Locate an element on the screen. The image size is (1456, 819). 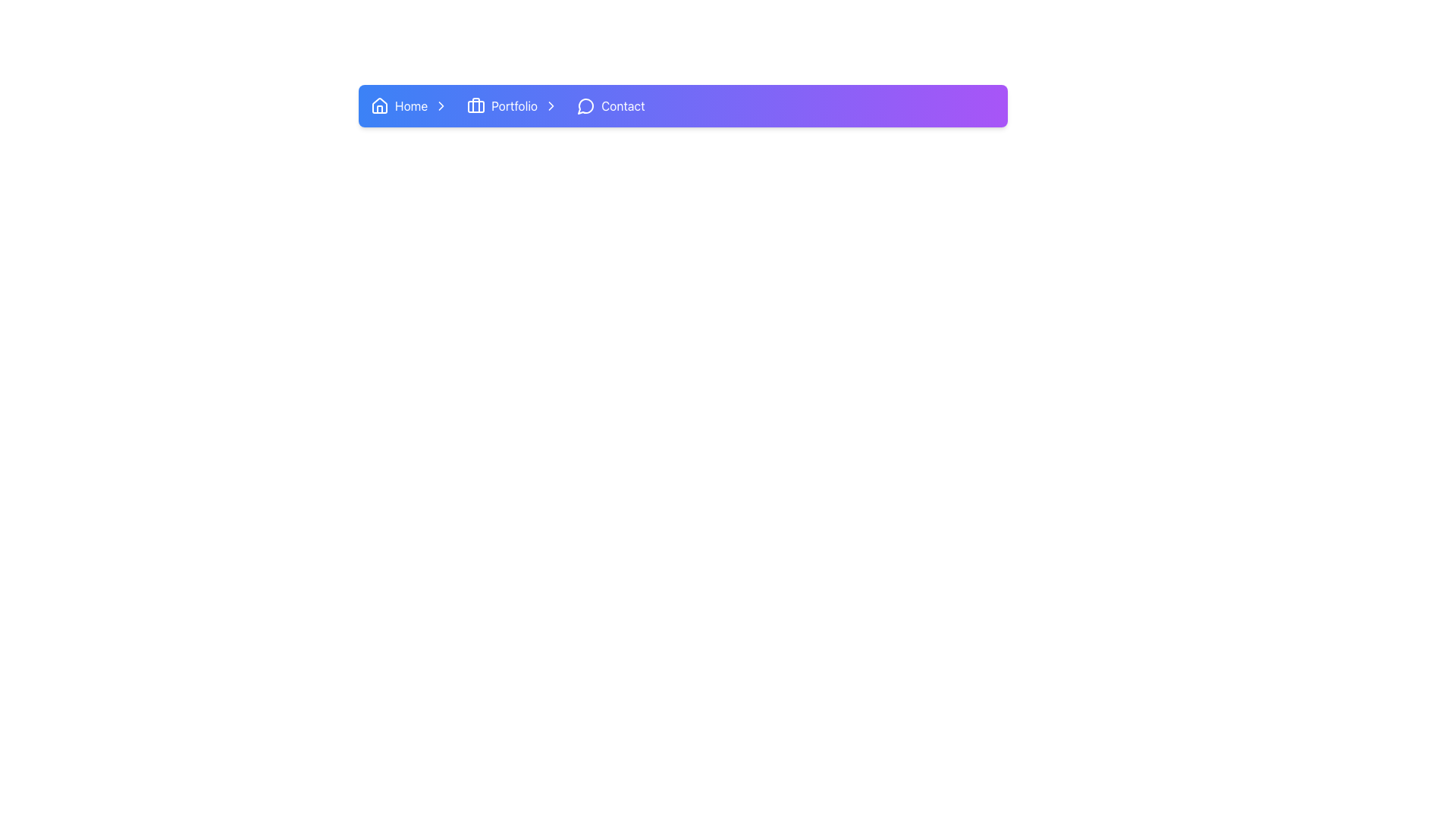
the navigation link located in the navigation bar, positioned between a house icon and a chevron icon is located at coordinates (411, 105).